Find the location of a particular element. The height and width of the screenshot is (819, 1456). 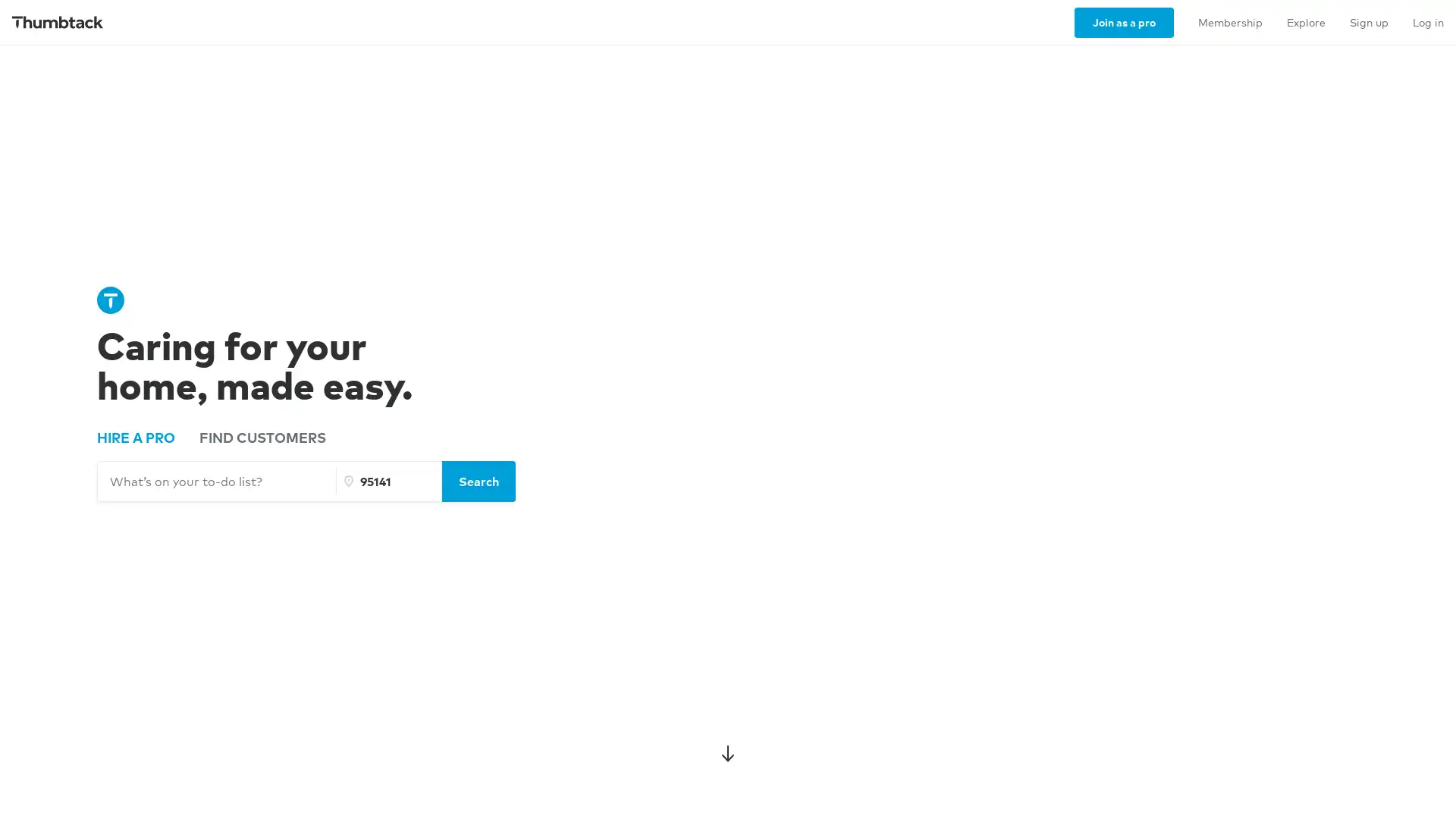

FIND CUSTOMERS is located at coordinates (262, 438).